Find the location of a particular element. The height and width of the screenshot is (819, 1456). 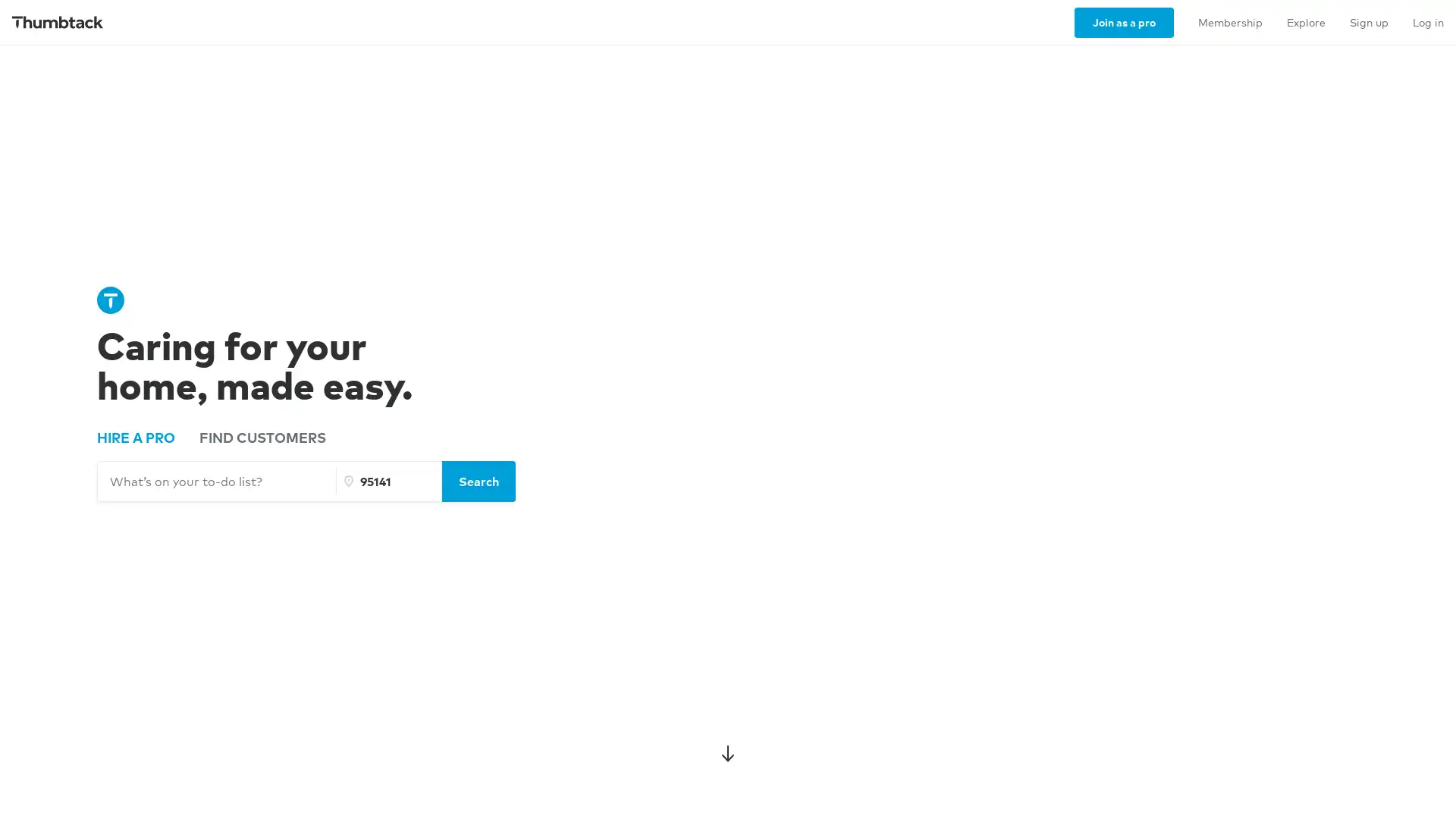

FIND CUSTOMERS is located at coordinates (262, 438).